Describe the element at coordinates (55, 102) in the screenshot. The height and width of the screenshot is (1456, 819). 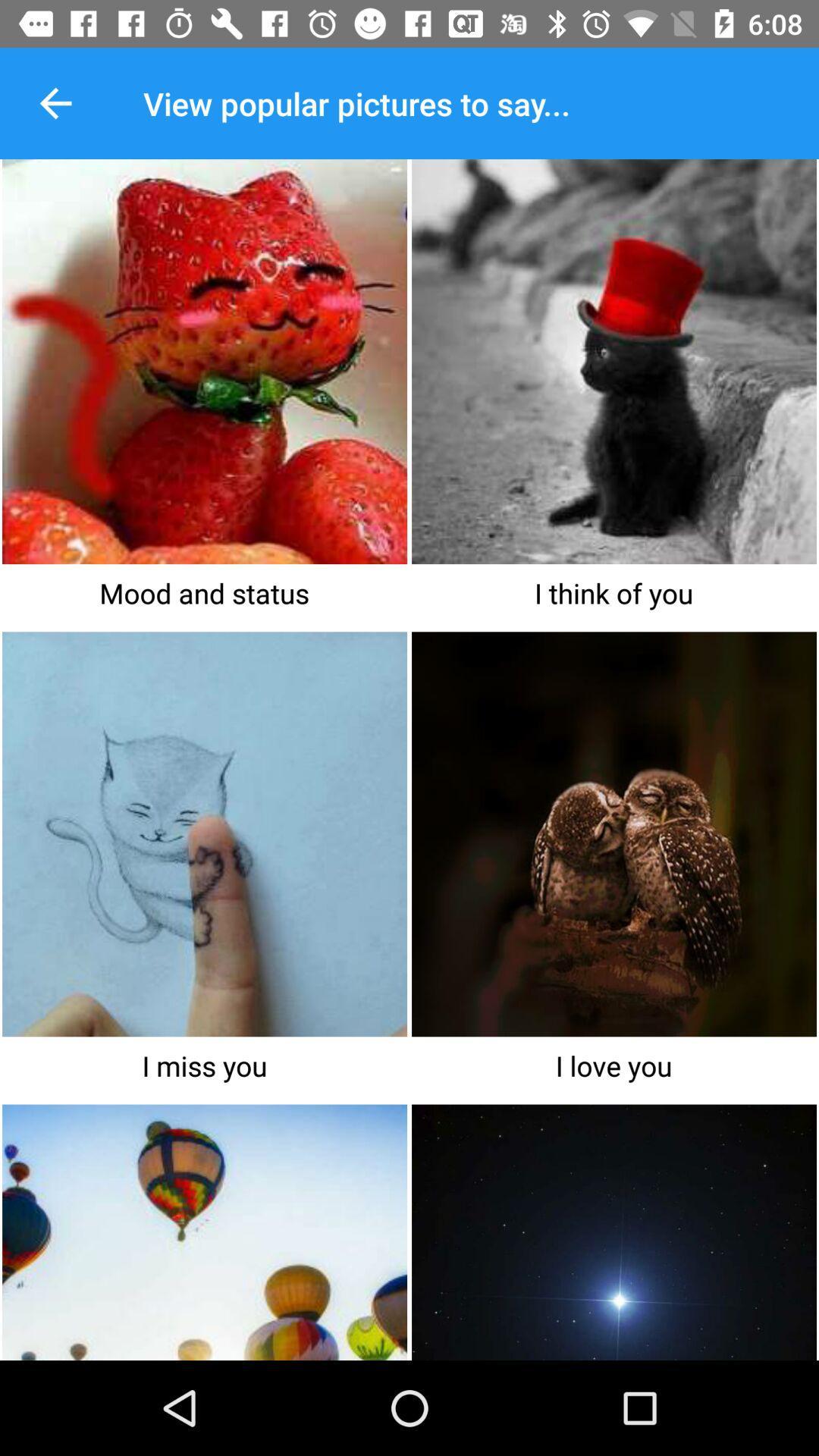
I see `item next to view popular pictures icon` at that location.